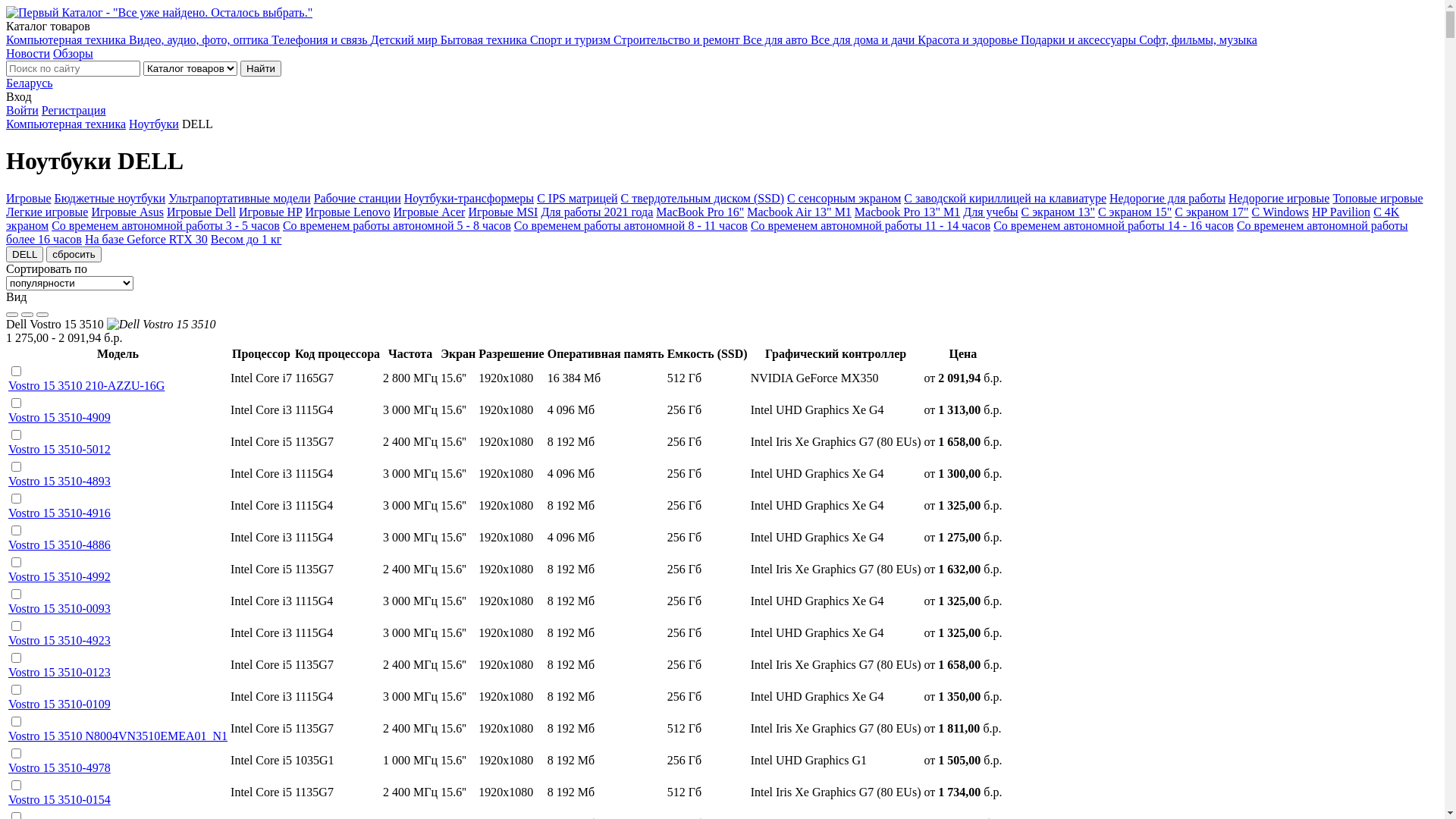 The height and width of the screenshot is (819, 1456). What do you see at coordinates (59, 671) in the screenshot?
I see `'Vostro 15 3510-0123'` at bounding box center [59, 671].